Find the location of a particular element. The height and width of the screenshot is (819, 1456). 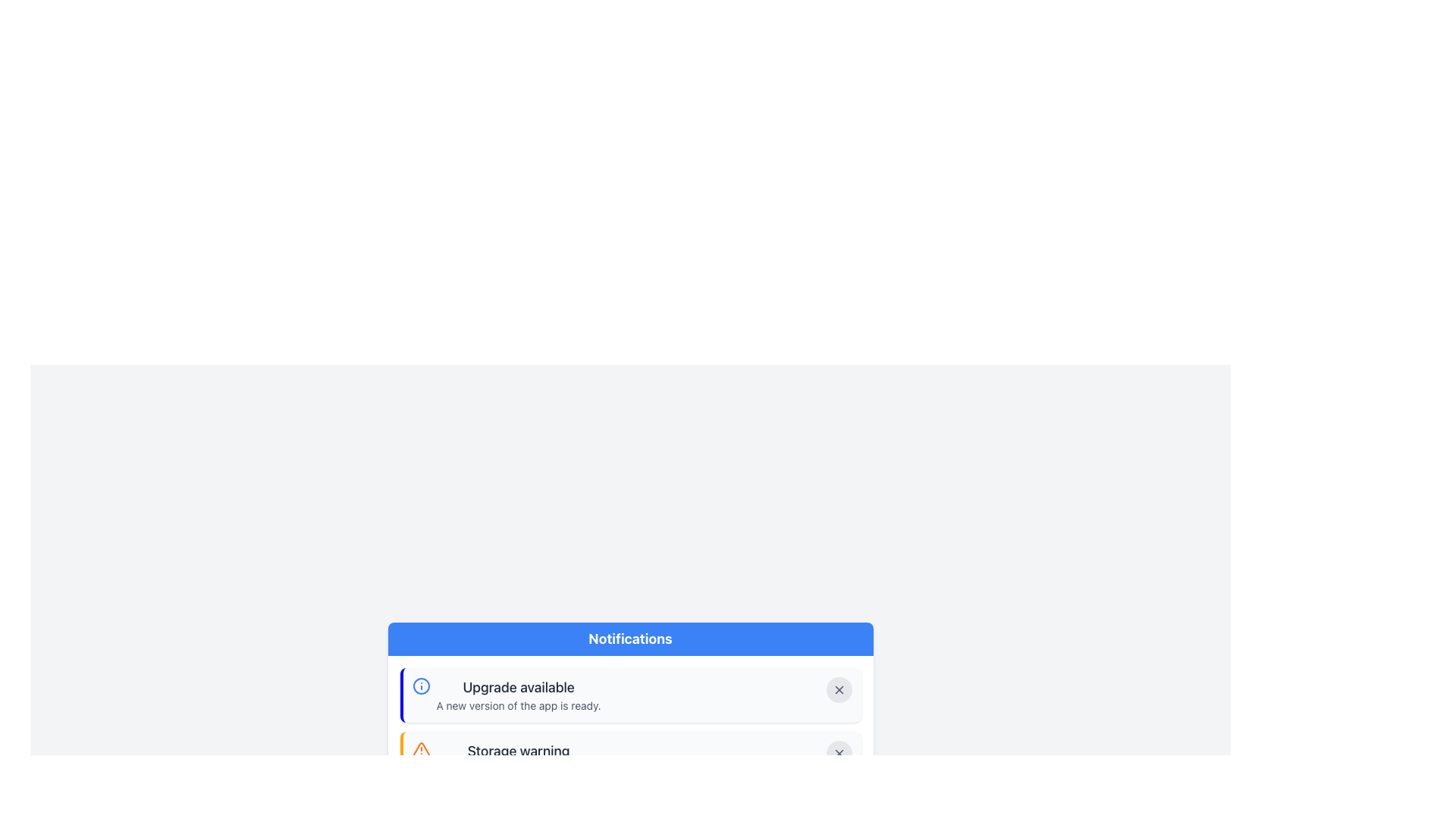

the circular gray button with a cross icon located at the top-right corner of the notification card is located at coordinates (838, 690).